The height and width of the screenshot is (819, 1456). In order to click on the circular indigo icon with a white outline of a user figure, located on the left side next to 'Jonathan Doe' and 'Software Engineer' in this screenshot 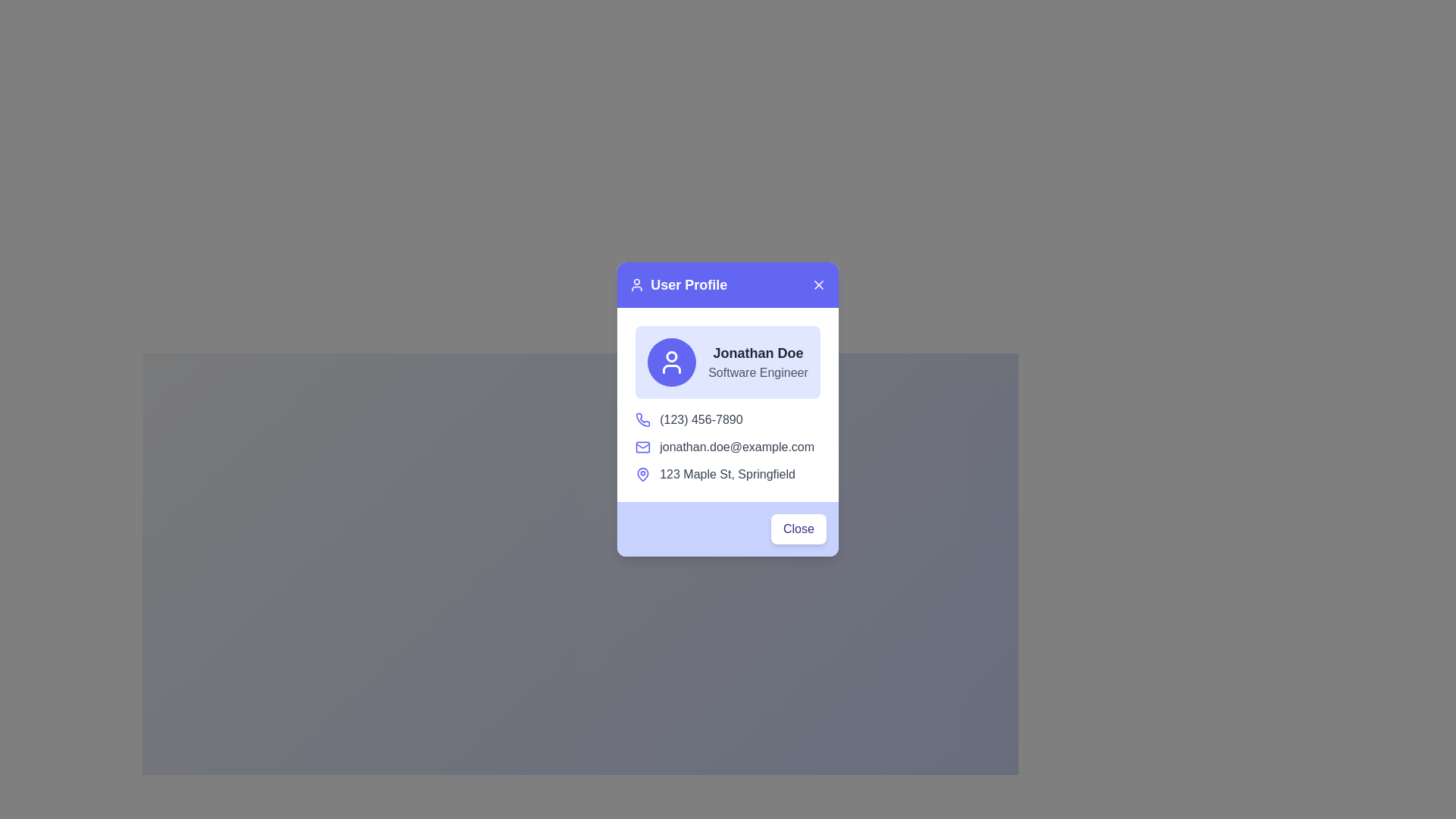, I will do `click(671, 362)`.